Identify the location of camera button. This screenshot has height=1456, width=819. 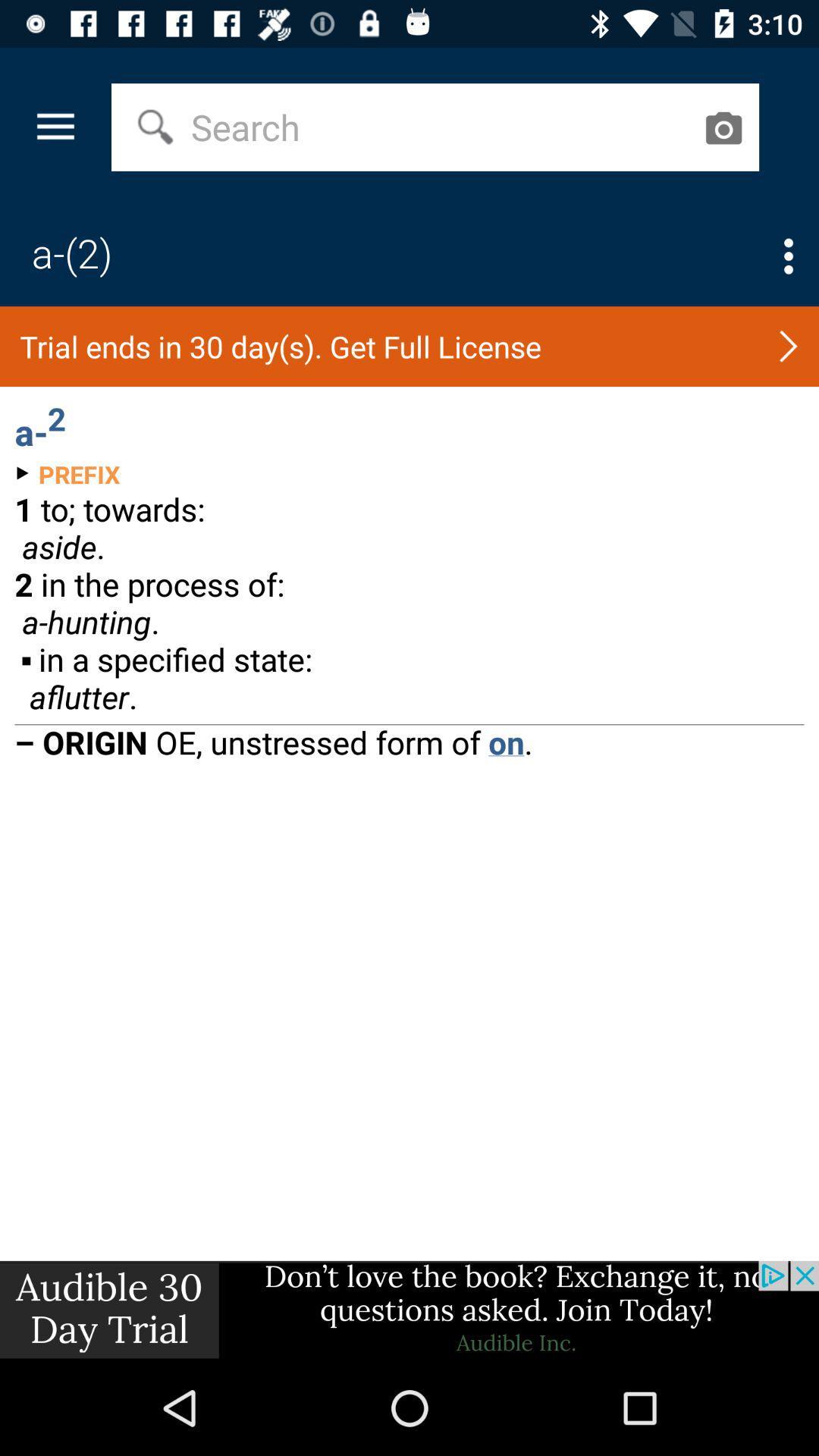
(722, 127).